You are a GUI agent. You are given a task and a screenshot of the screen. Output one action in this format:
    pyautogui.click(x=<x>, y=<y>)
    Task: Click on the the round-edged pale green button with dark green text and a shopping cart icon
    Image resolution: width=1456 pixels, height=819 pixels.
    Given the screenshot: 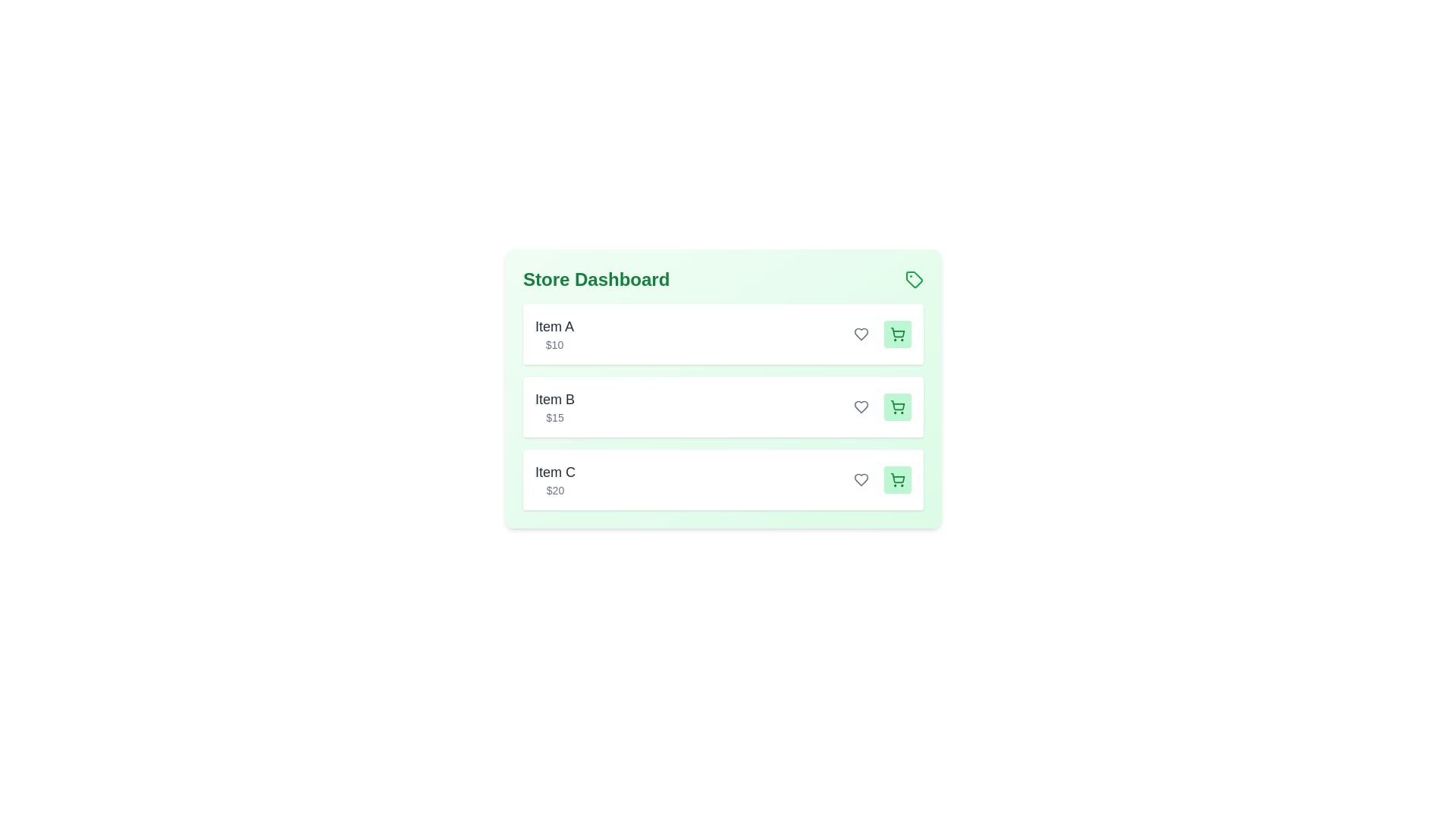 What is the action you would take?
    pyautogui.click(x=898, y=333)
    